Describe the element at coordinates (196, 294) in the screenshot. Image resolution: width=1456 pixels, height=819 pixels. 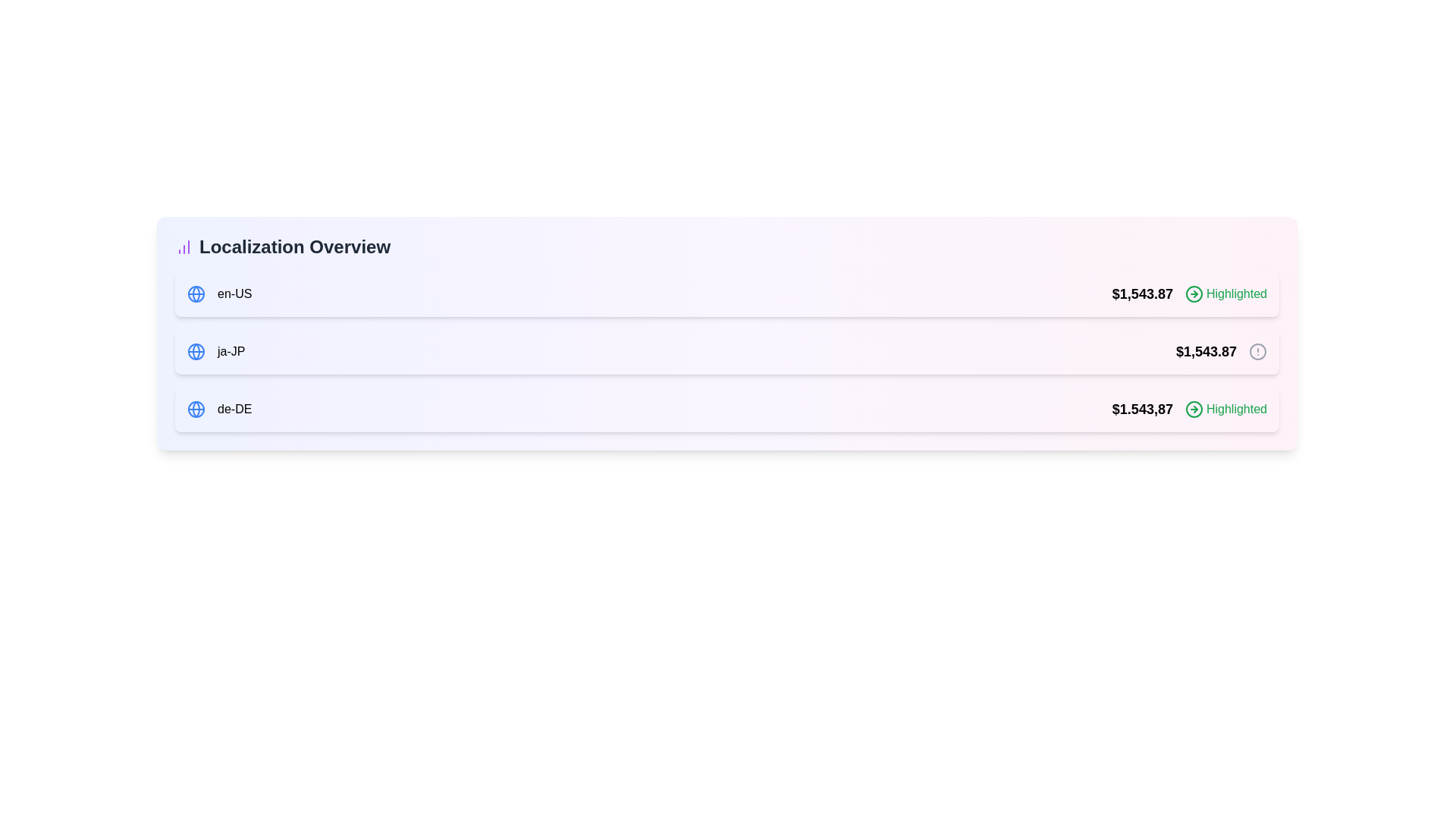
I see `the localization icon that visually represents the language setting, located to the left of the 'en-US' text` at that location.